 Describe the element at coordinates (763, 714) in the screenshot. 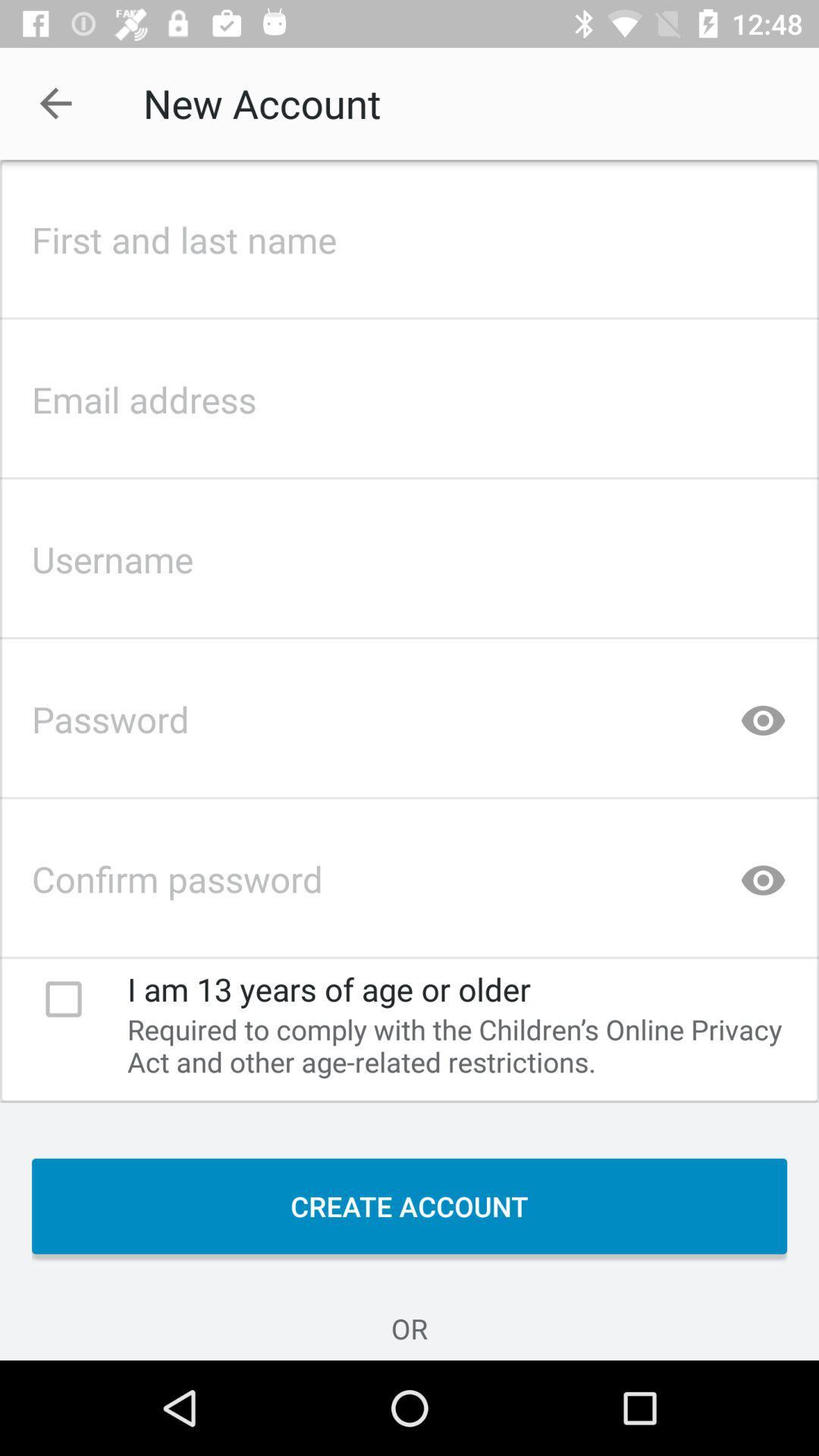

I see `shows eye icon` at that location.